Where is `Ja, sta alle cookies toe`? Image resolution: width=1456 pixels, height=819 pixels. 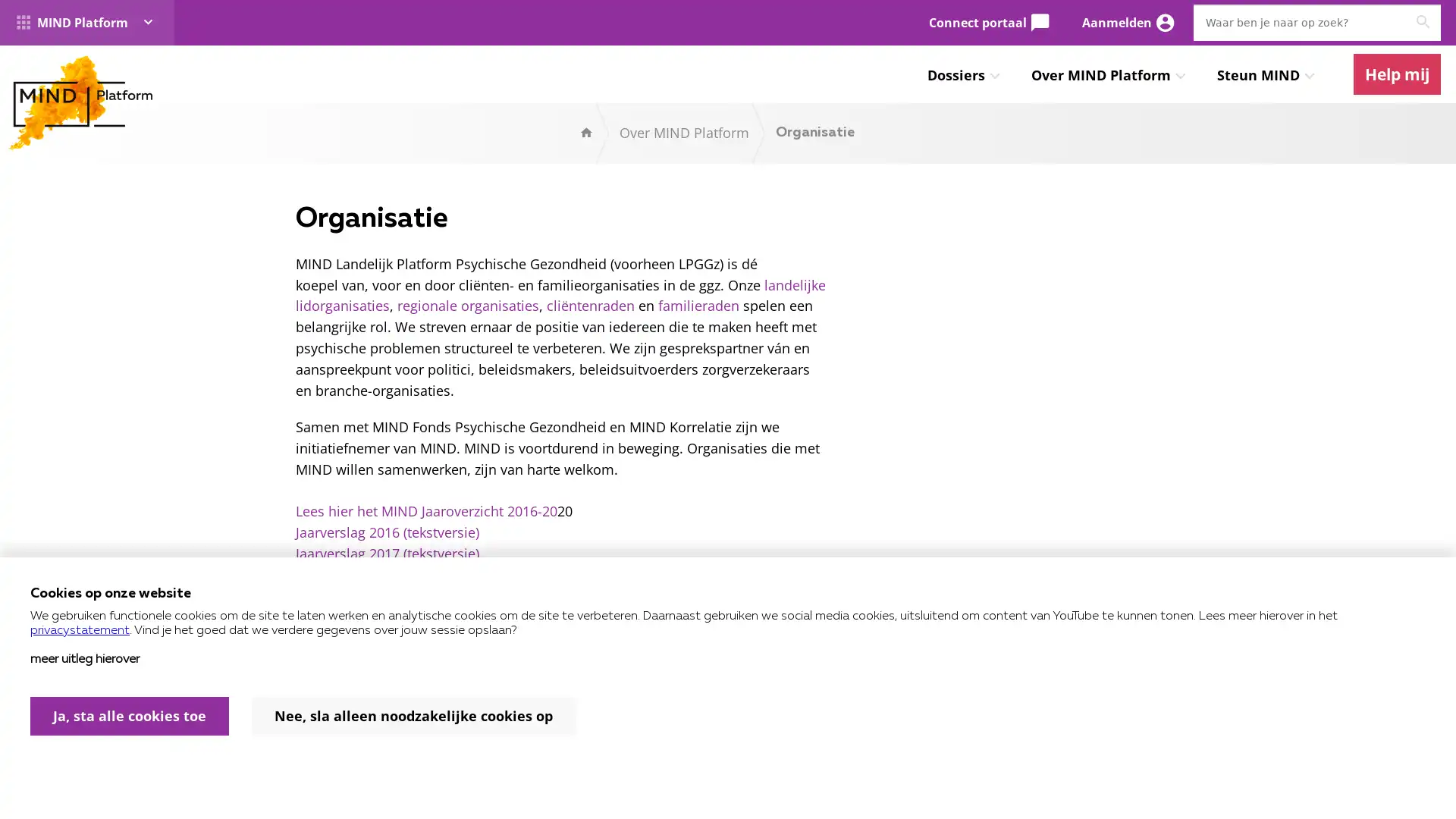
Ja, sta alle cookies toe is located at coordinates (130, 716).